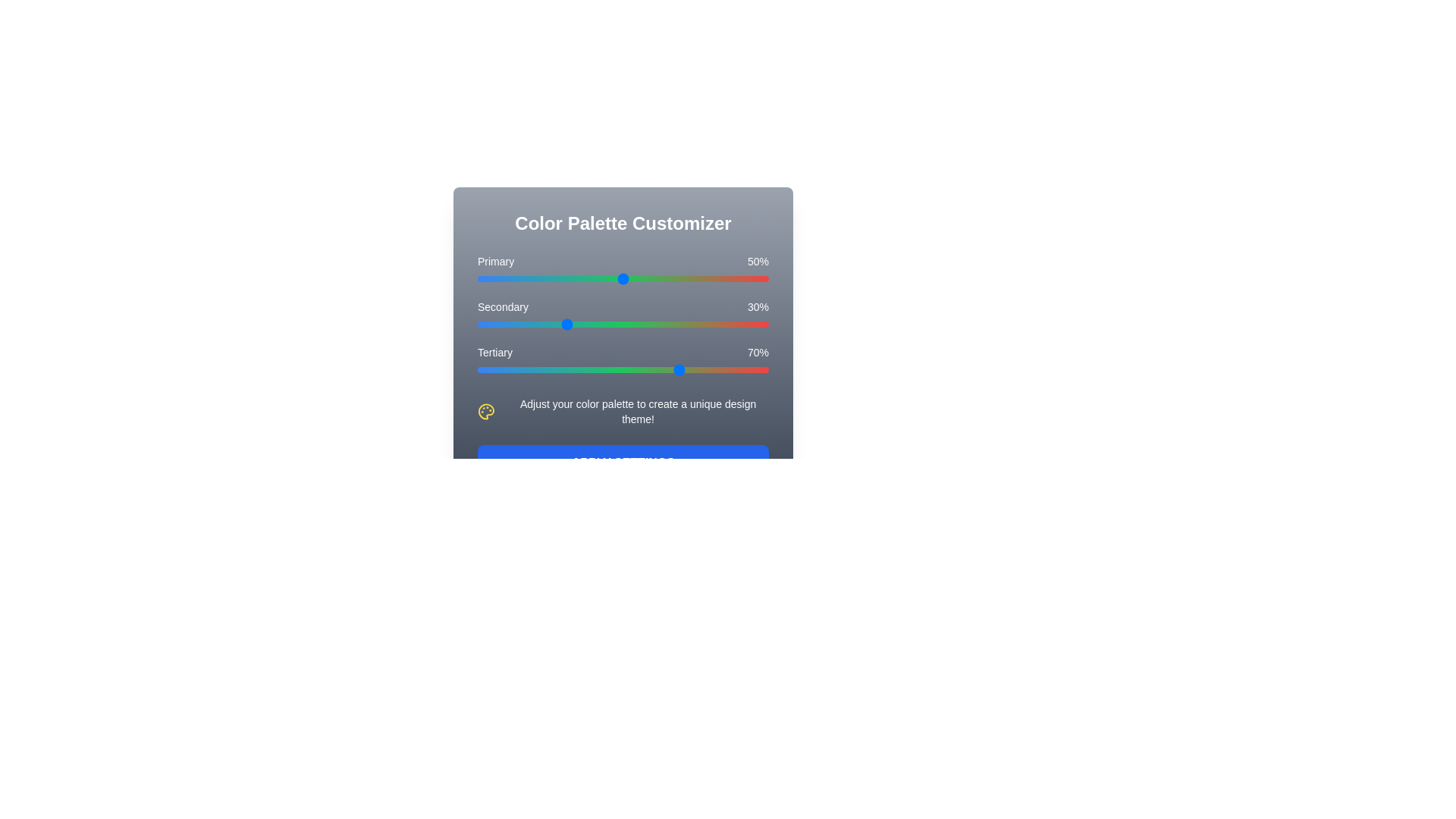  Describe the element at coordinates (758, 307) in the screenshot. I see `value '30%' displayed on the static text label located in the upper-right corner of the 'Secondary' slider, which features a gradient background` at that location.